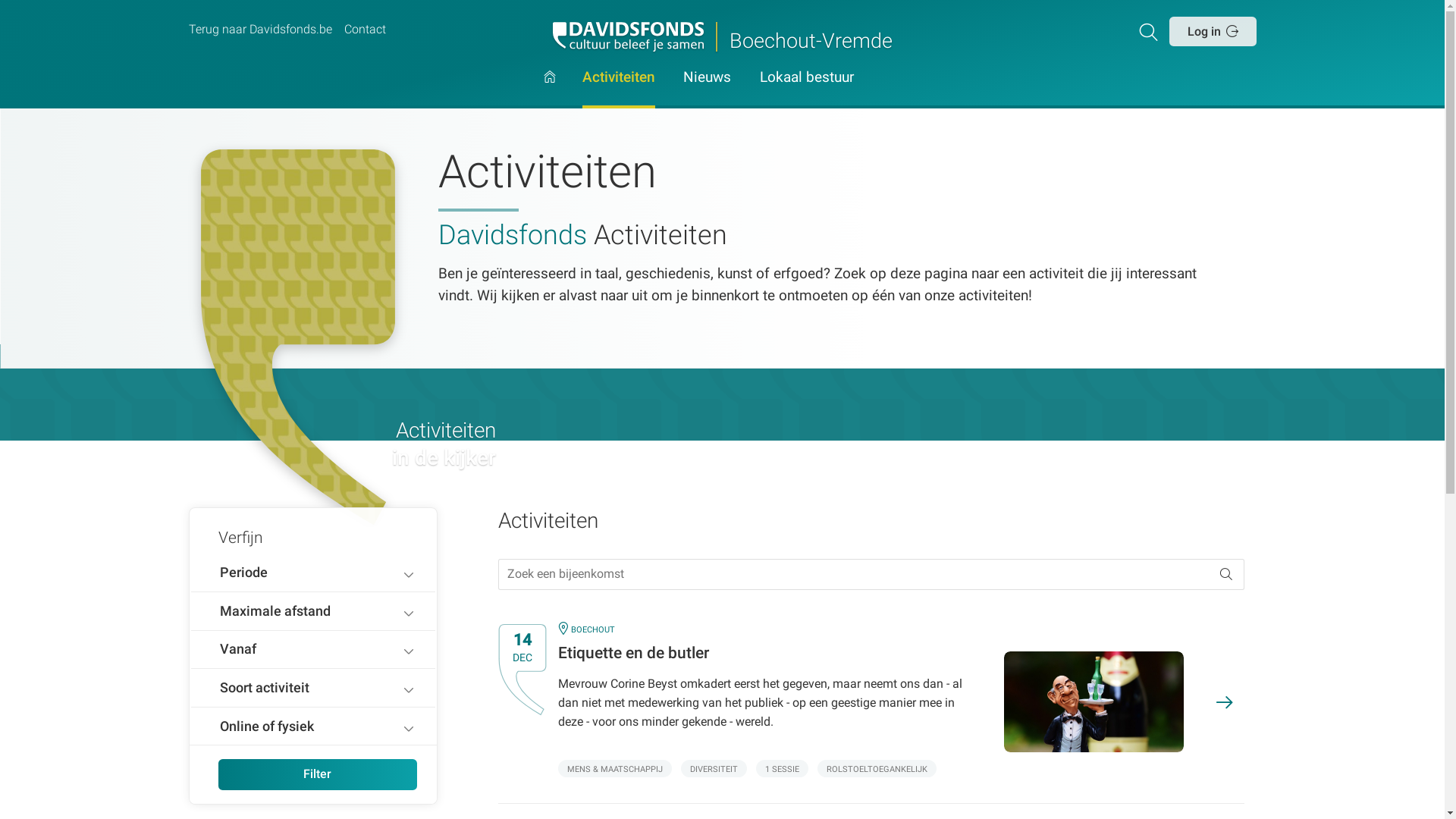 The width and height of the screenshot is (1456, 819). Describe the element at coordinates (570, 629) in the screenshot. I see `'BOECHOUT'` at that location.